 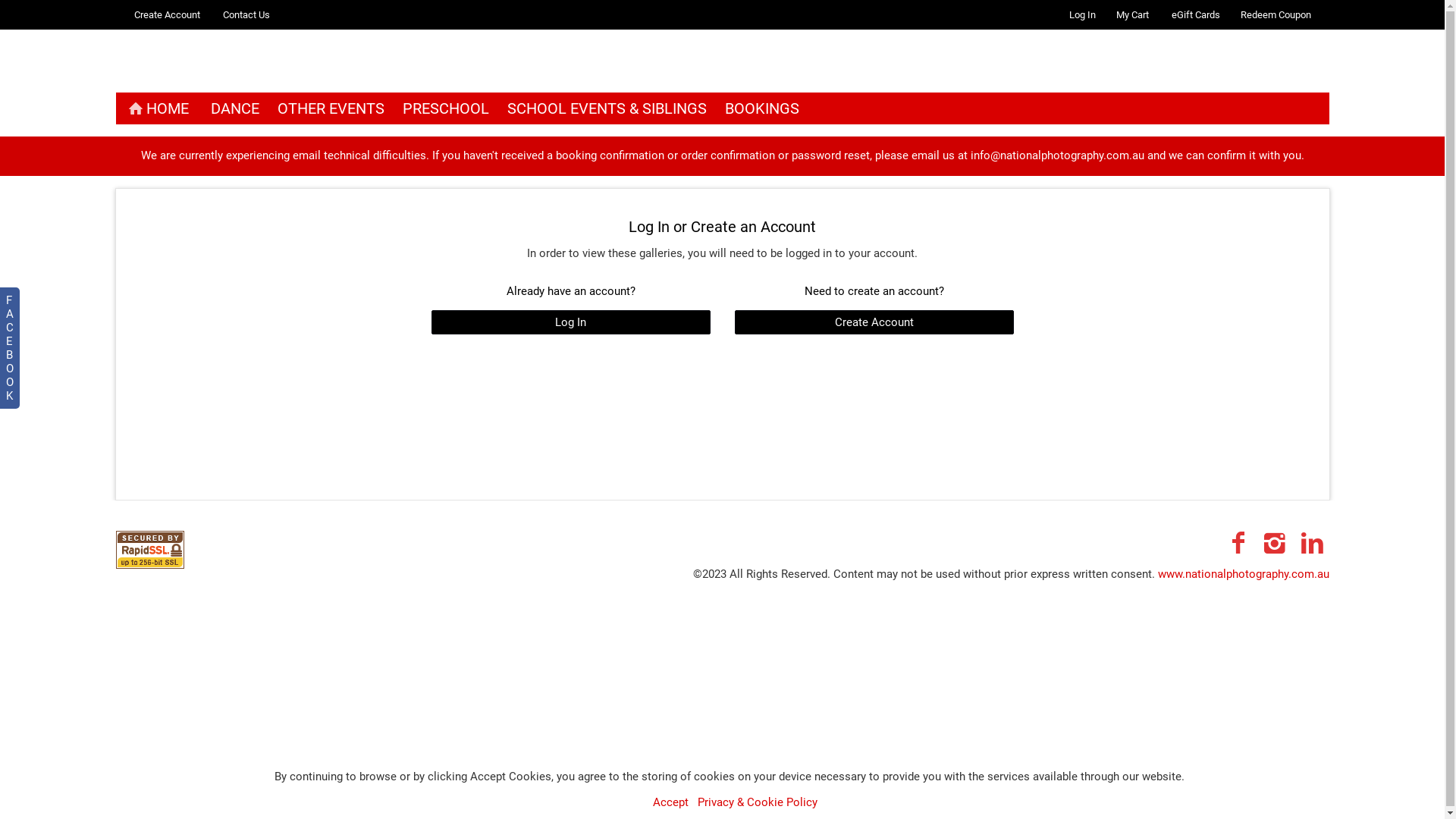 What do you see at coordinates (1274, 542) in the screenshot?
I see `'Instagram'` at bounding box center [1274, 542].